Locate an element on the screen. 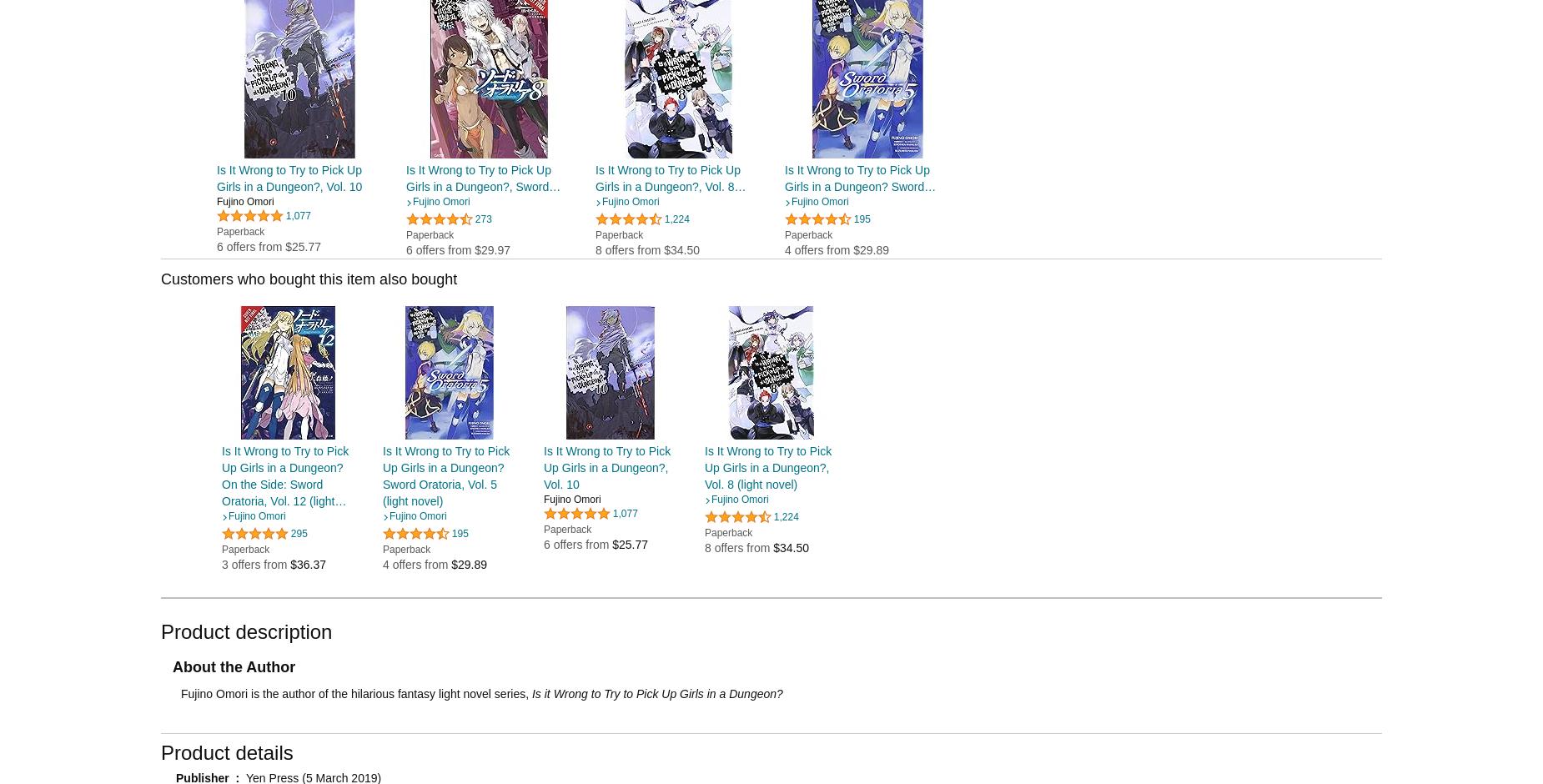  'Product description' is located at coordinates (245, 630).